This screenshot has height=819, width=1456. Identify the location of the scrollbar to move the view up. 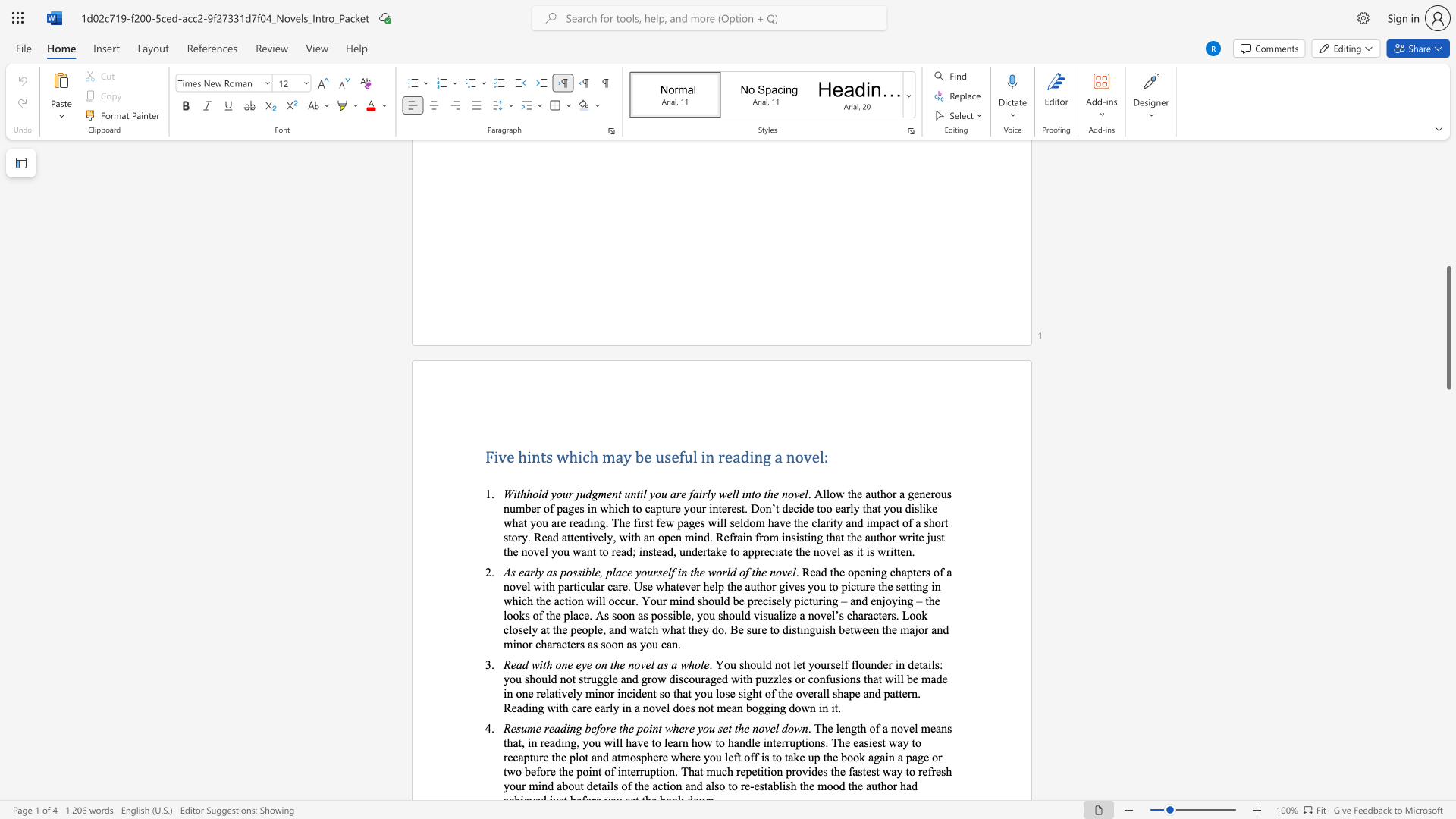
(1448, 341).